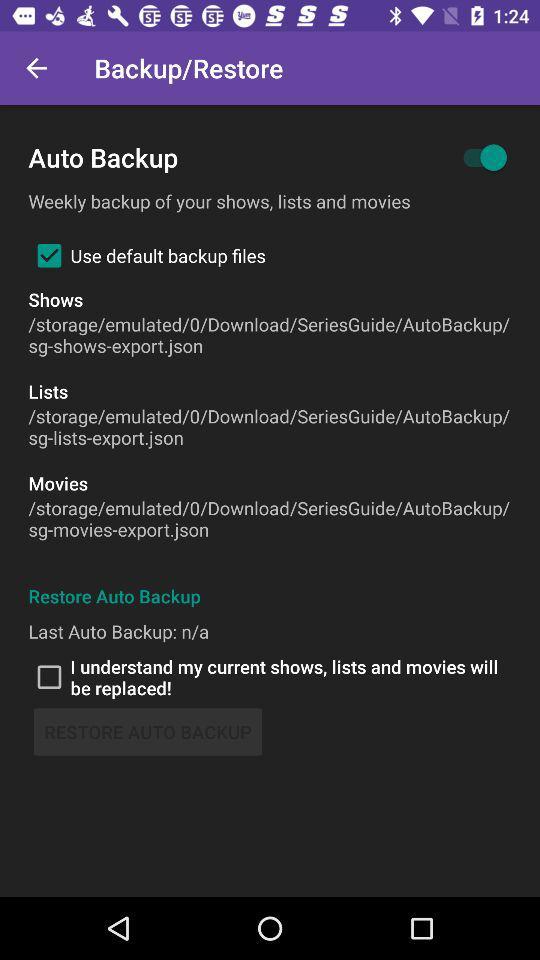 The height and width of the screenshot is (960, 540). I want to click on the use default backup, so click(146, 254).